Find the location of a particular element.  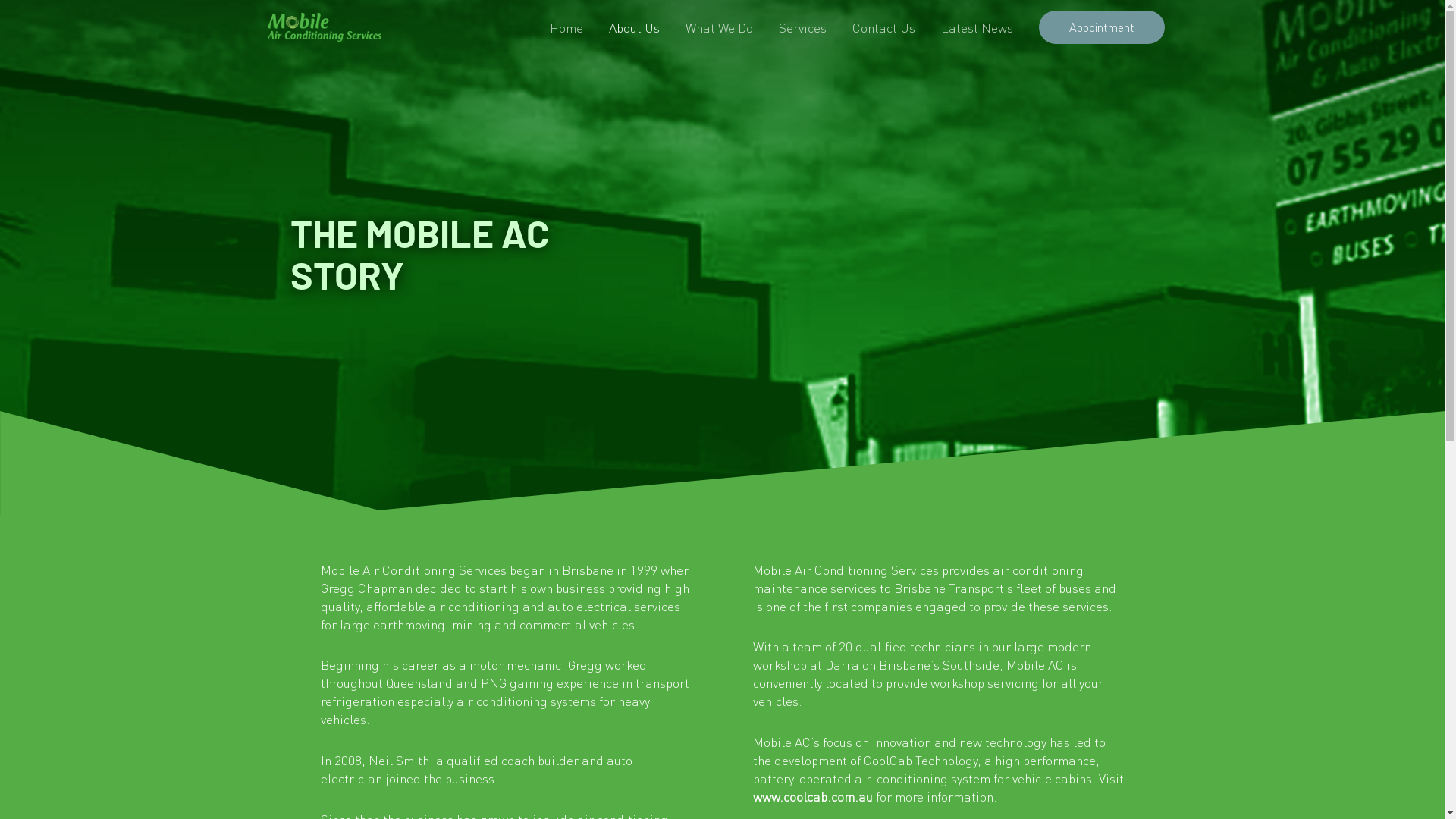

'www.coolcab.com.au' is located at coordinates (811, 795).